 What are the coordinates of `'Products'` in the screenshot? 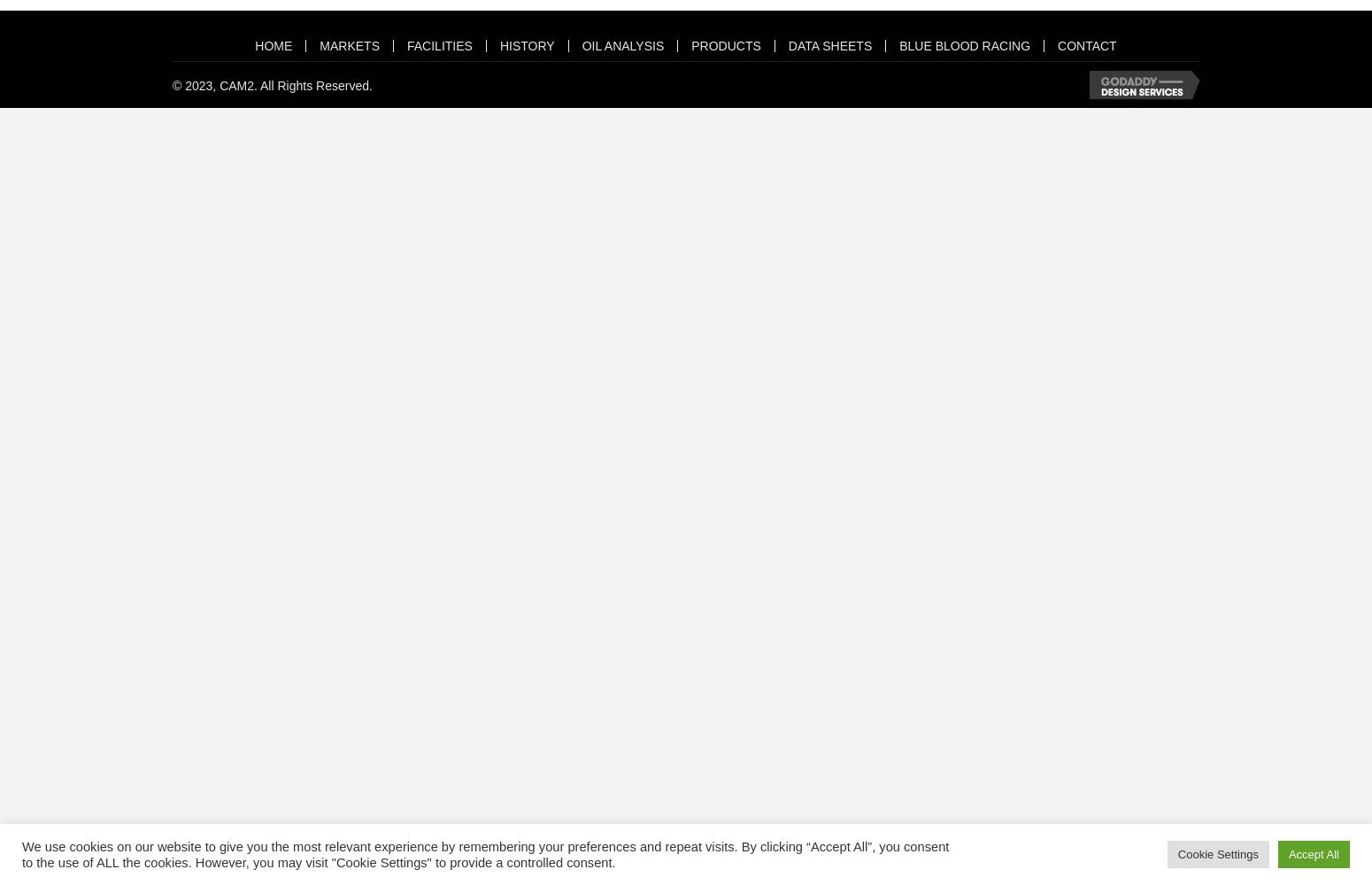 It's located at (724, 45).